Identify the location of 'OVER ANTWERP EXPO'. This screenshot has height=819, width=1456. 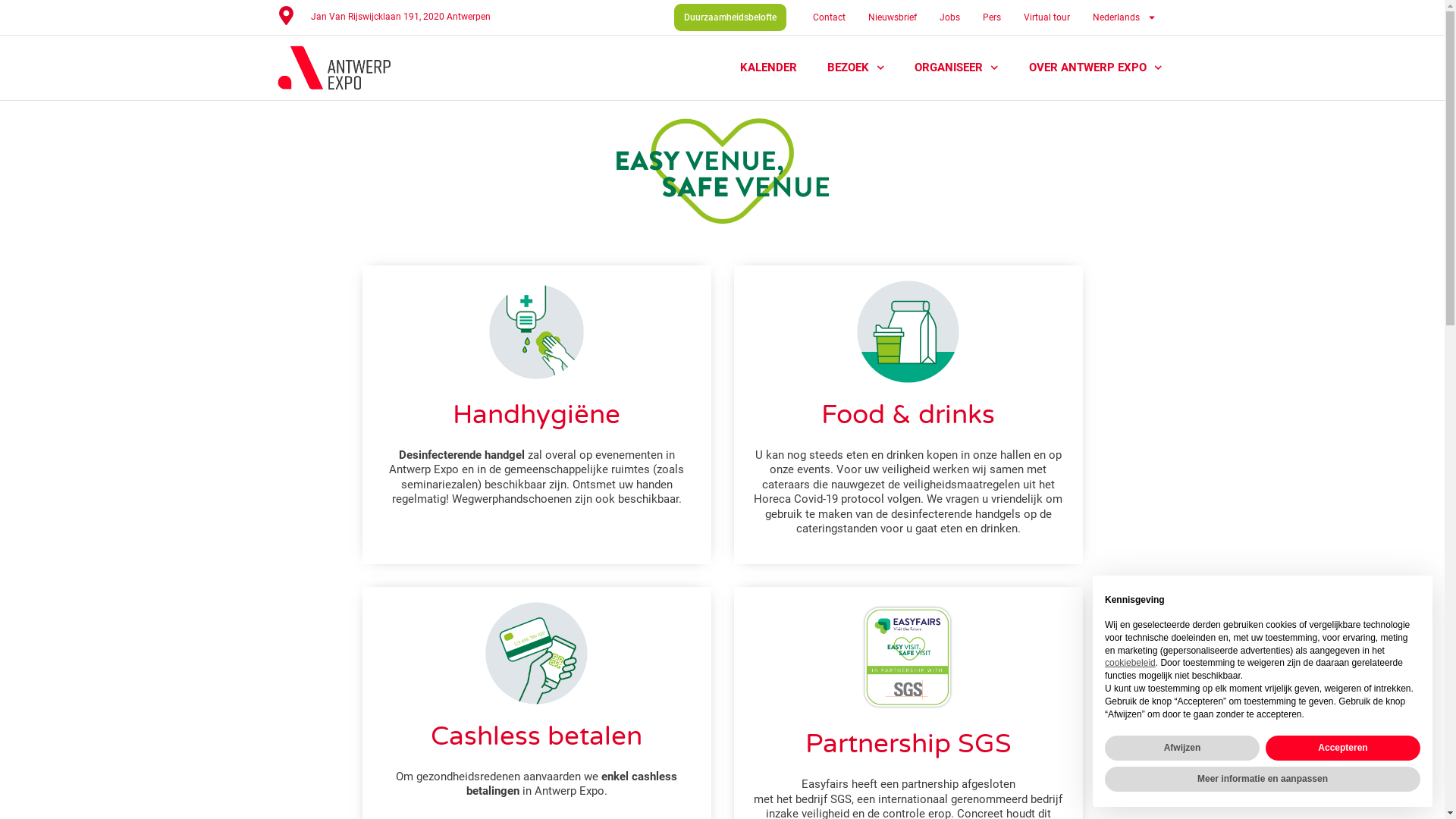
(1095, 66).